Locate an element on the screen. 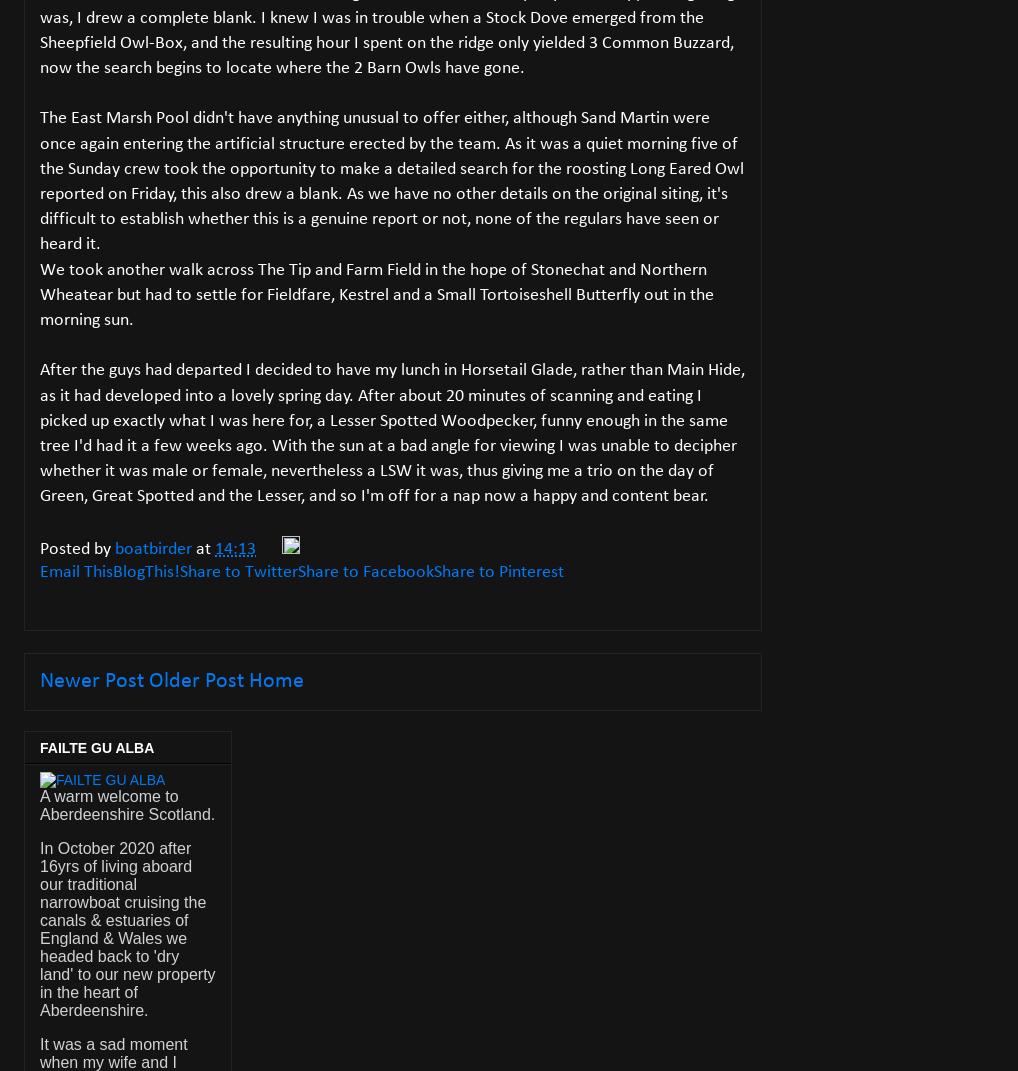  'After the guys had departed I decided to have my lunch in Horsetail Glade, rather than Main Hide, as it had developed into a lovely spring day. After about 20 minutes of scanning and eating I picked up exactly what I was here for, a Lesser Spotted Woodpecker, funny enough in the same tree I'd had it a few weeks ago. With the sun at a bad angle for viewing I was unable to decipher whether it was male or female, nevertheless a LSW it was, thus giving me a trio on the day of Green, Great Spotted and the Lesser, and so I'm off for a nap now a happy and content bear.' is located at coordinates (39, 433).